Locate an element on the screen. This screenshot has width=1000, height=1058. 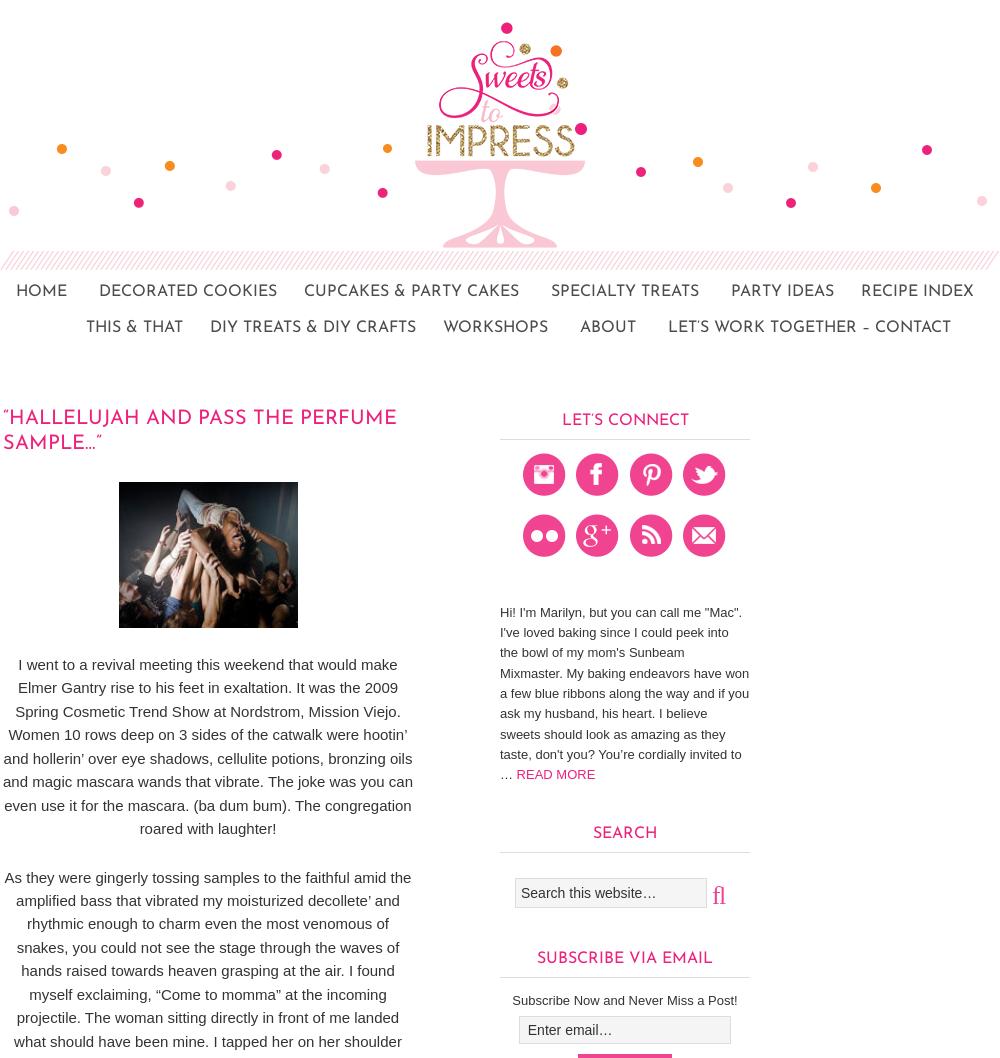
'Search' is located at coordinates (625, 833).